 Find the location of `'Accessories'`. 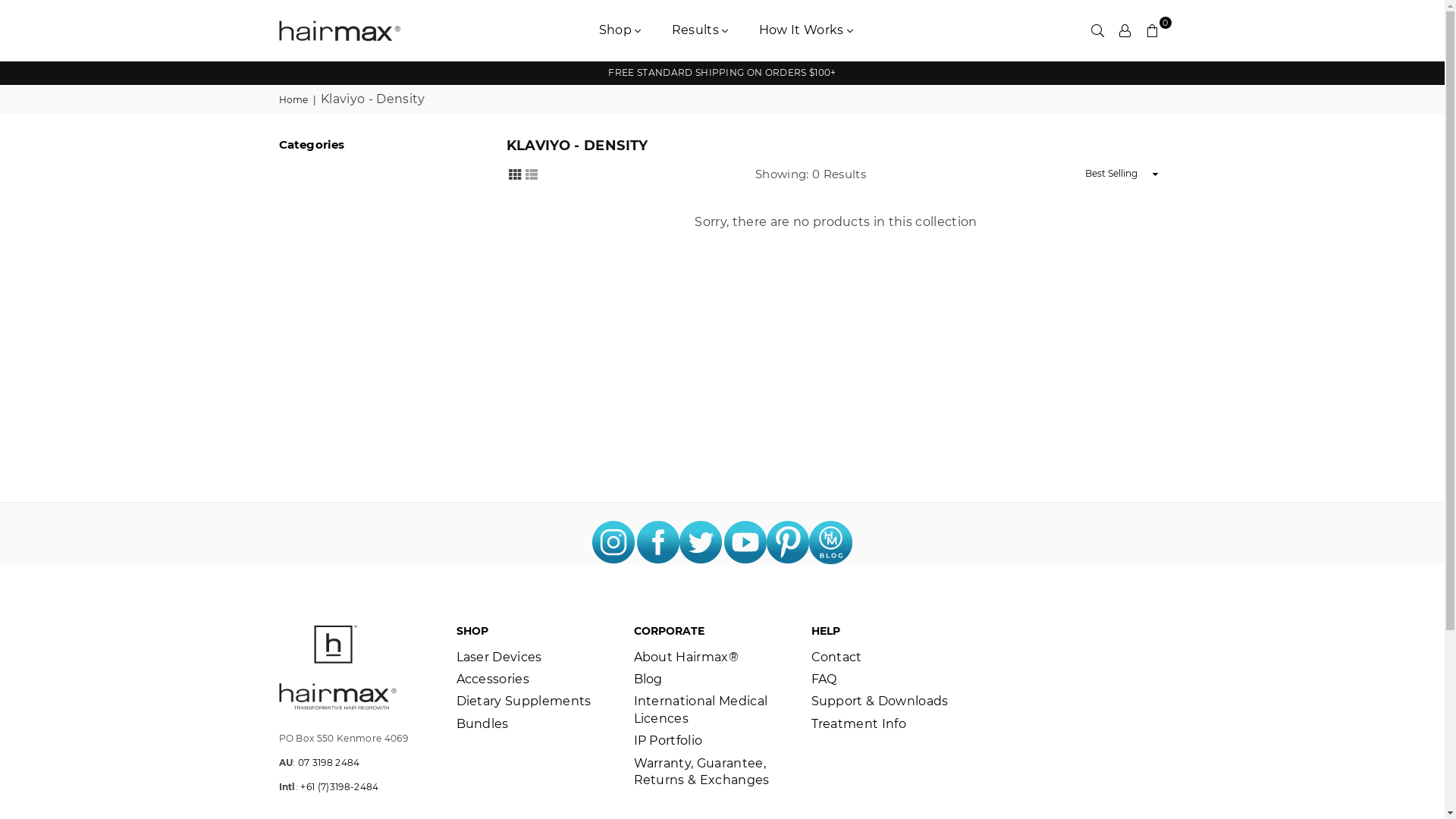

'Accessories' is located at coordinates (493, 678).